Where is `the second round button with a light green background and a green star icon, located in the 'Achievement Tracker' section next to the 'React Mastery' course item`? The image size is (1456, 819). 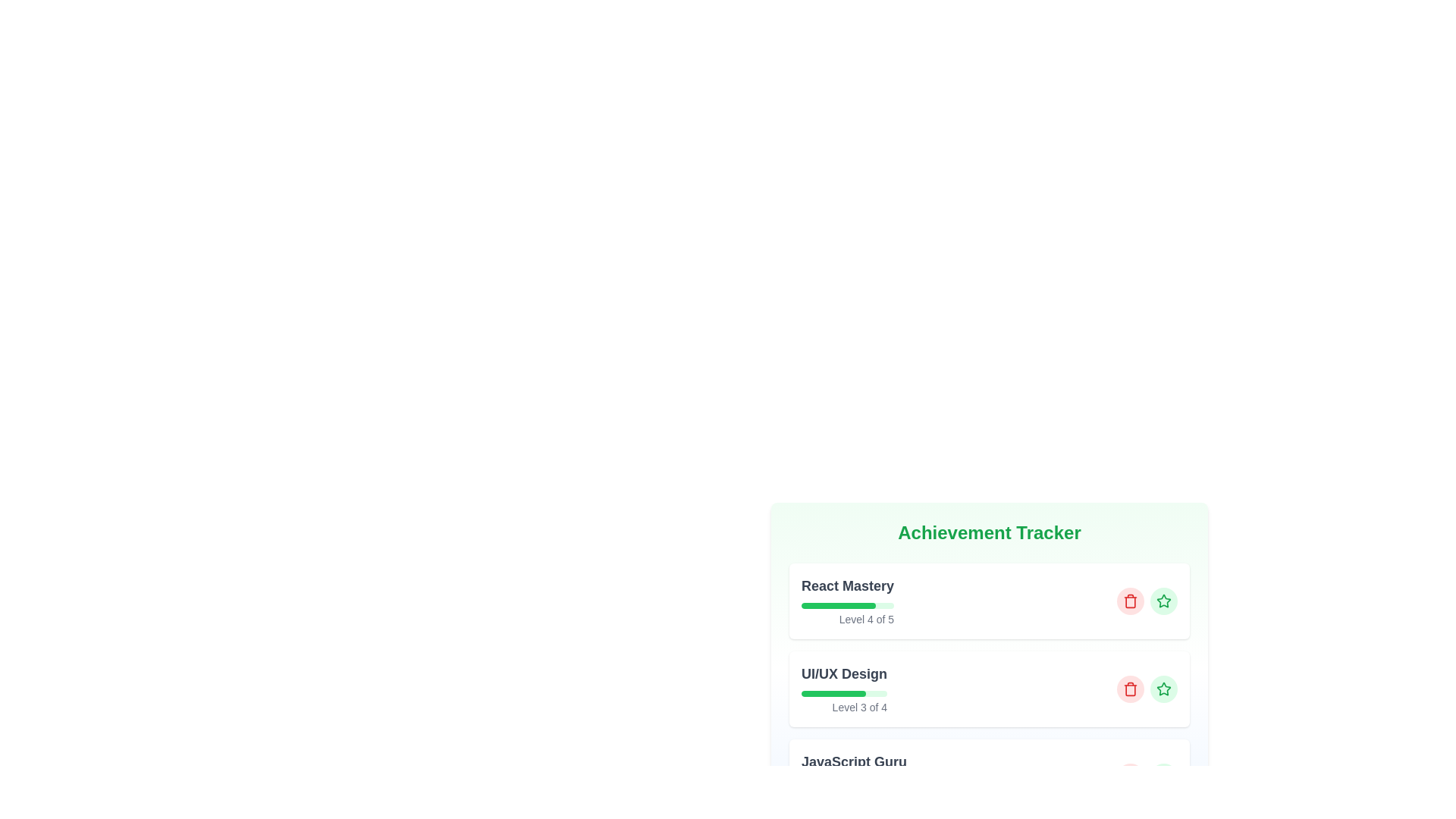
the second round button with a light green background and a green star icon, located in the 'Achievement Tracker' section next to the 'React Mastery' course item is located at coordinates (1163, 601).